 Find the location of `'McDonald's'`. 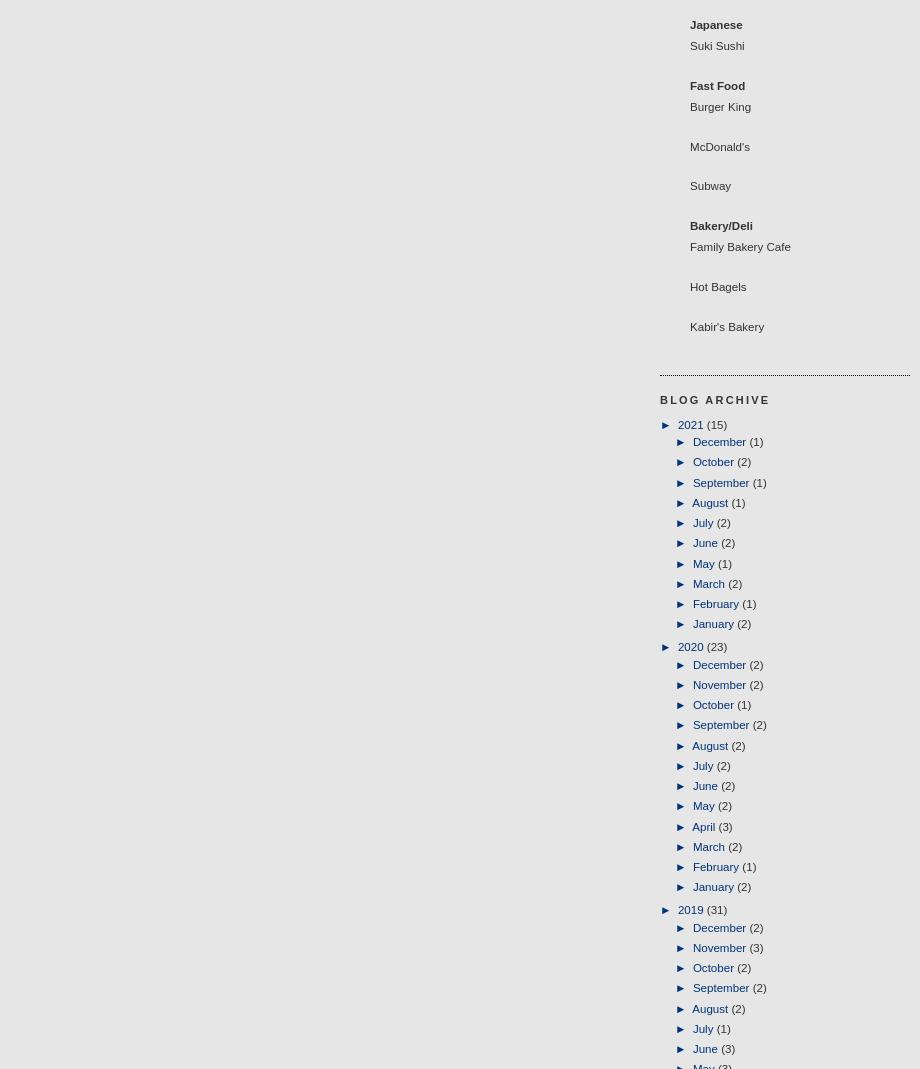

'McDonald's' is located at coordinates (719, 146).